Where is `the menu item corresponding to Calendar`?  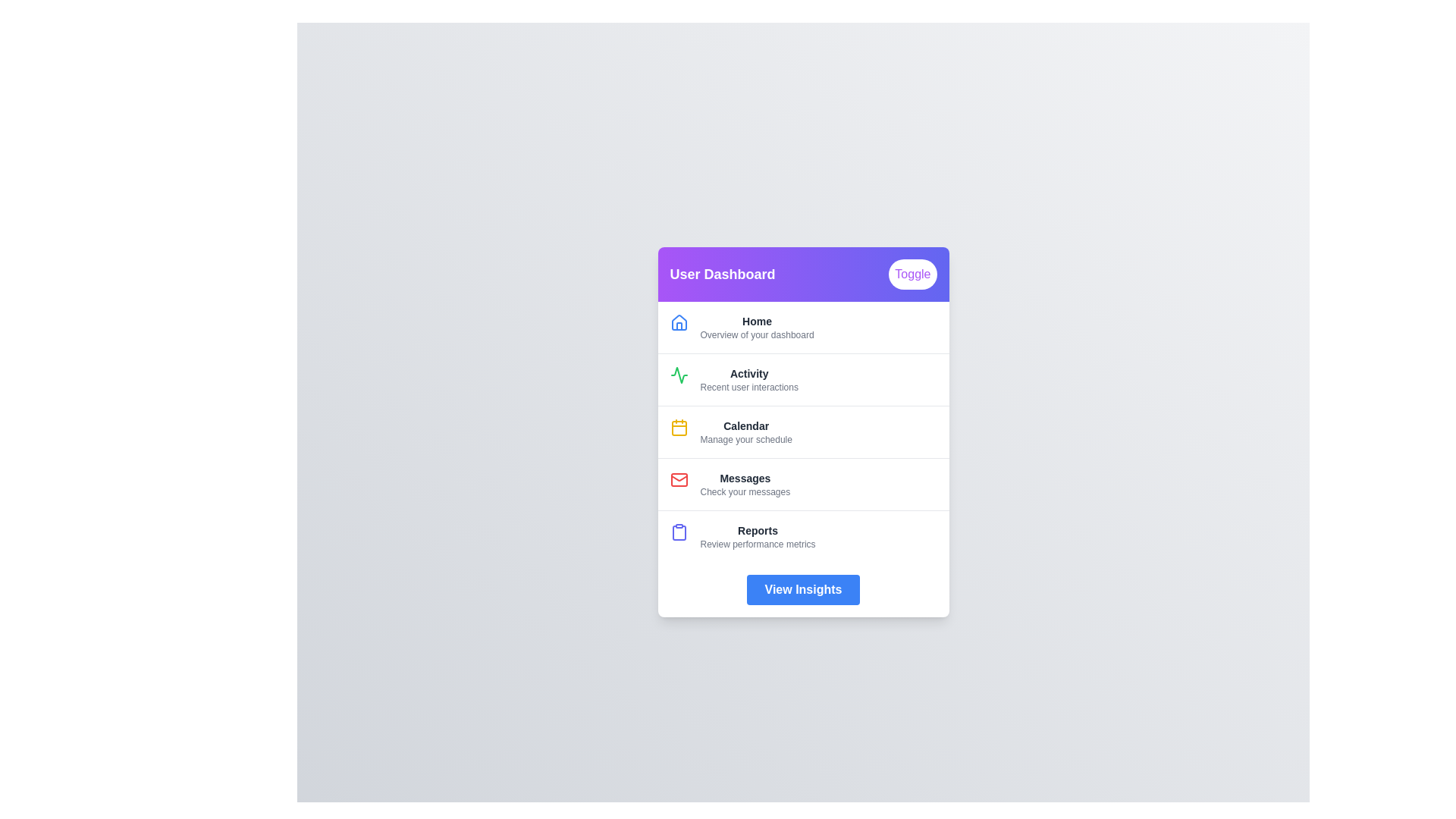
the menu item corresponding to Calendar is located at coordinates (802, 431).